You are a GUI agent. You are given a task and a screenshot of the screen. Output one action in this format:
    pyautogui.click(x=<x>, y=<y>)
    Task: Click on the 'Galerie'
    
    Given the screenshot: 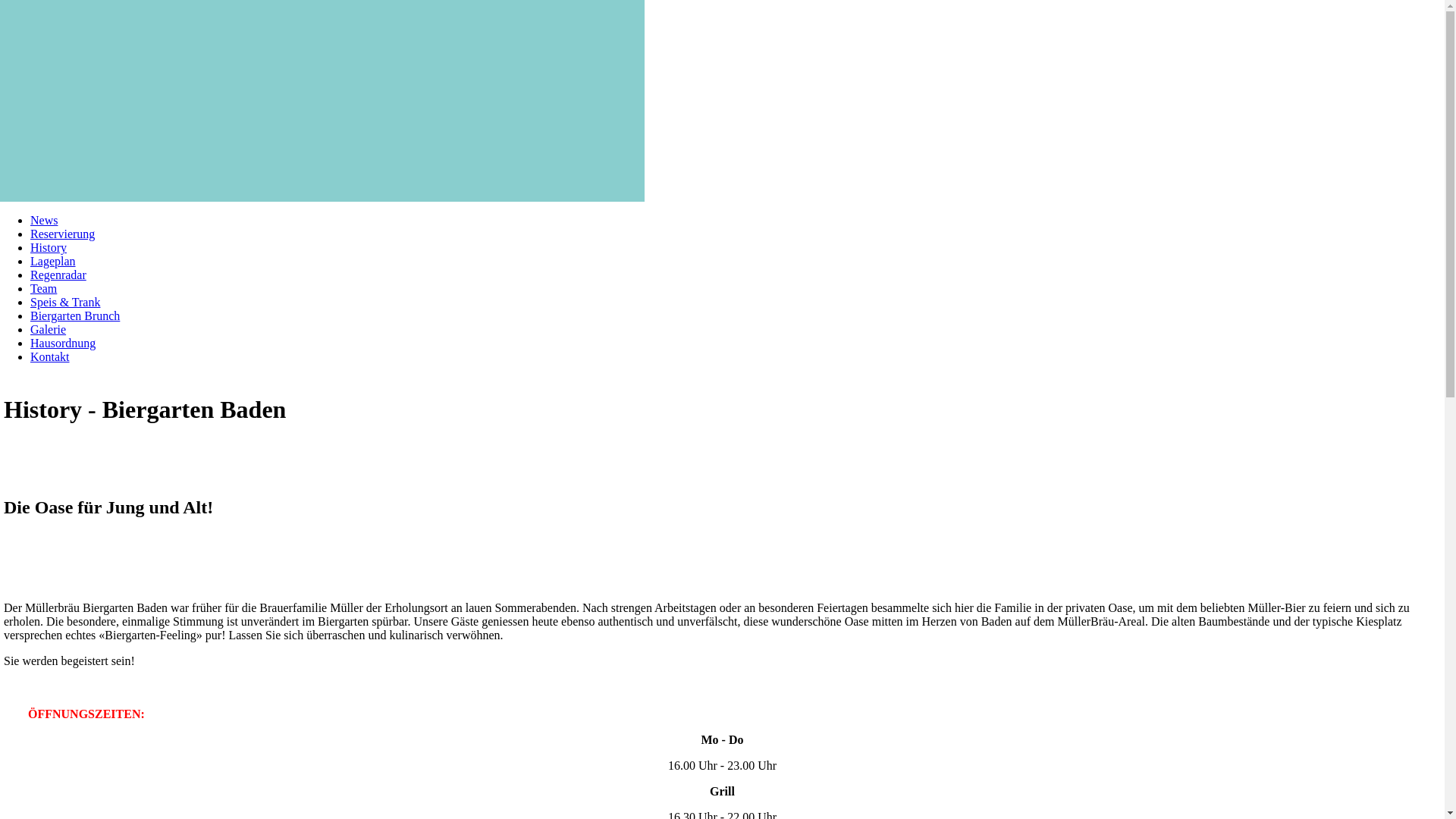 What is the action you would take?
    pyautogui.click(x=48, y=328)
    